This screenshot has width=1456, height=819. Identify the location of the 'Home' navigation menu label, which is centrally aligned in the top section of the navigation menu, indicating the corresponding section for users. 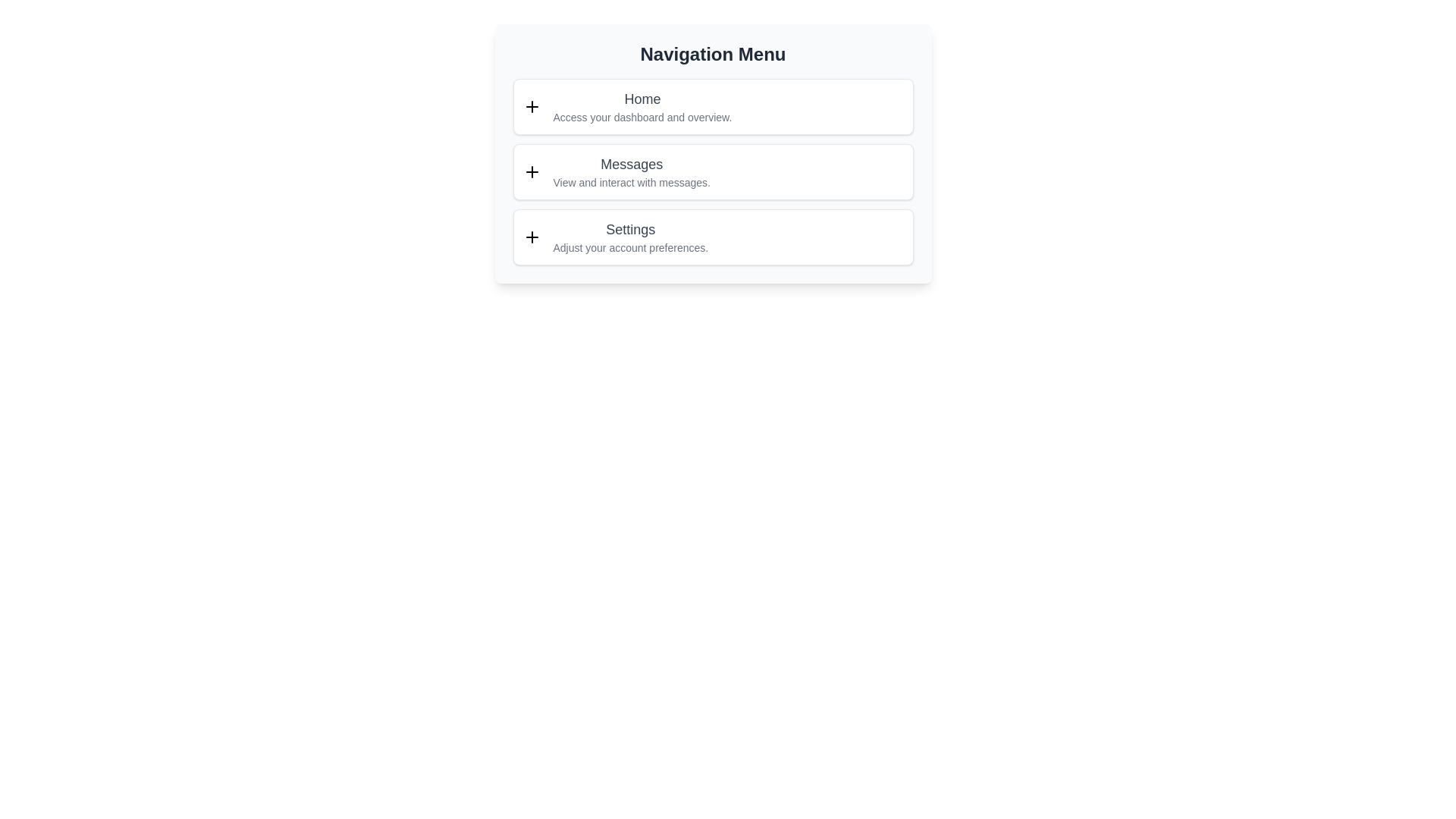
(642, 99).